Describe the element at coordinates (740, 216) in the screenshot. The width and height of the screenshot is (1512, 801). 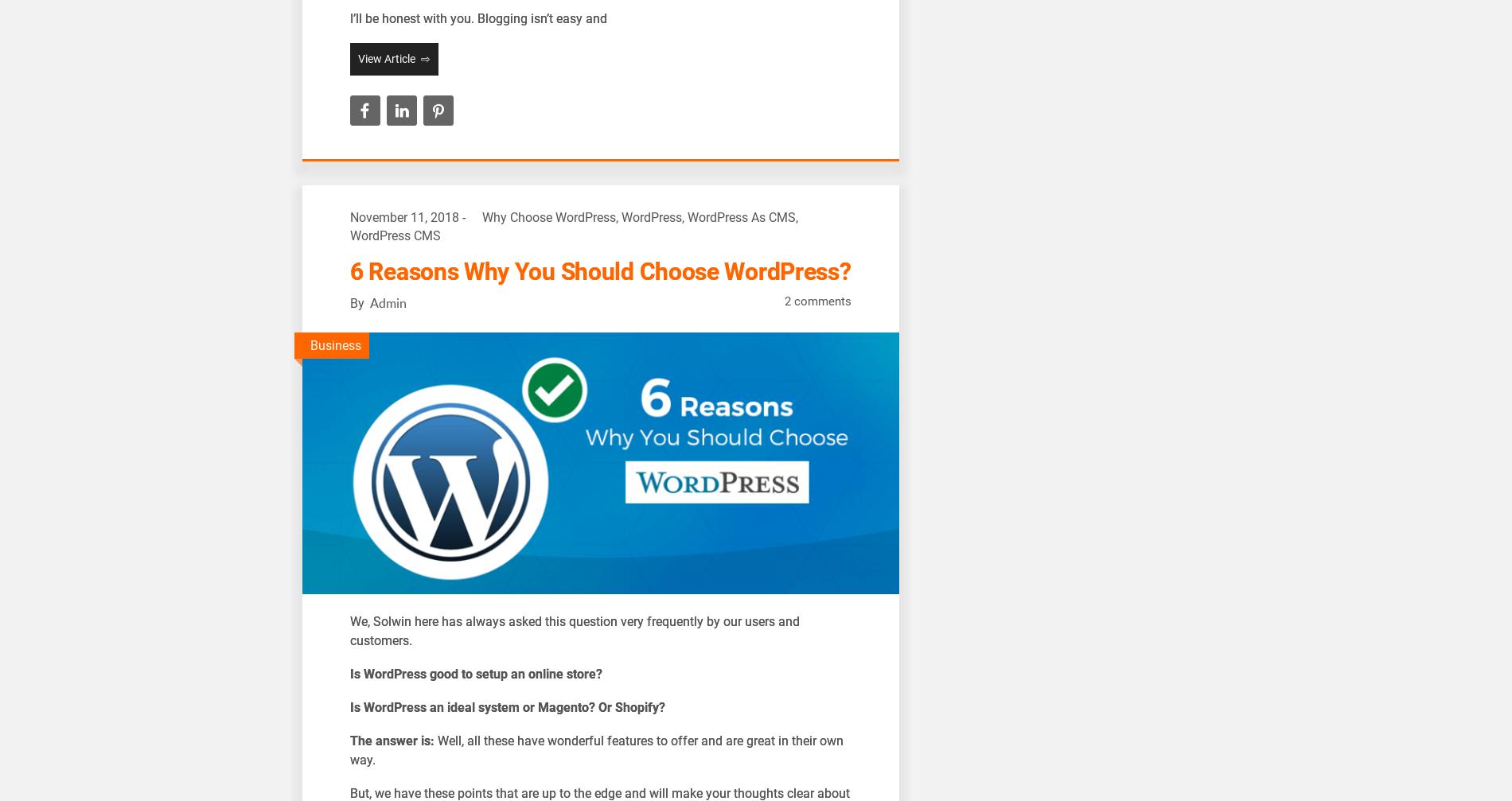
I see `'WordPress As CMS'` at that location.